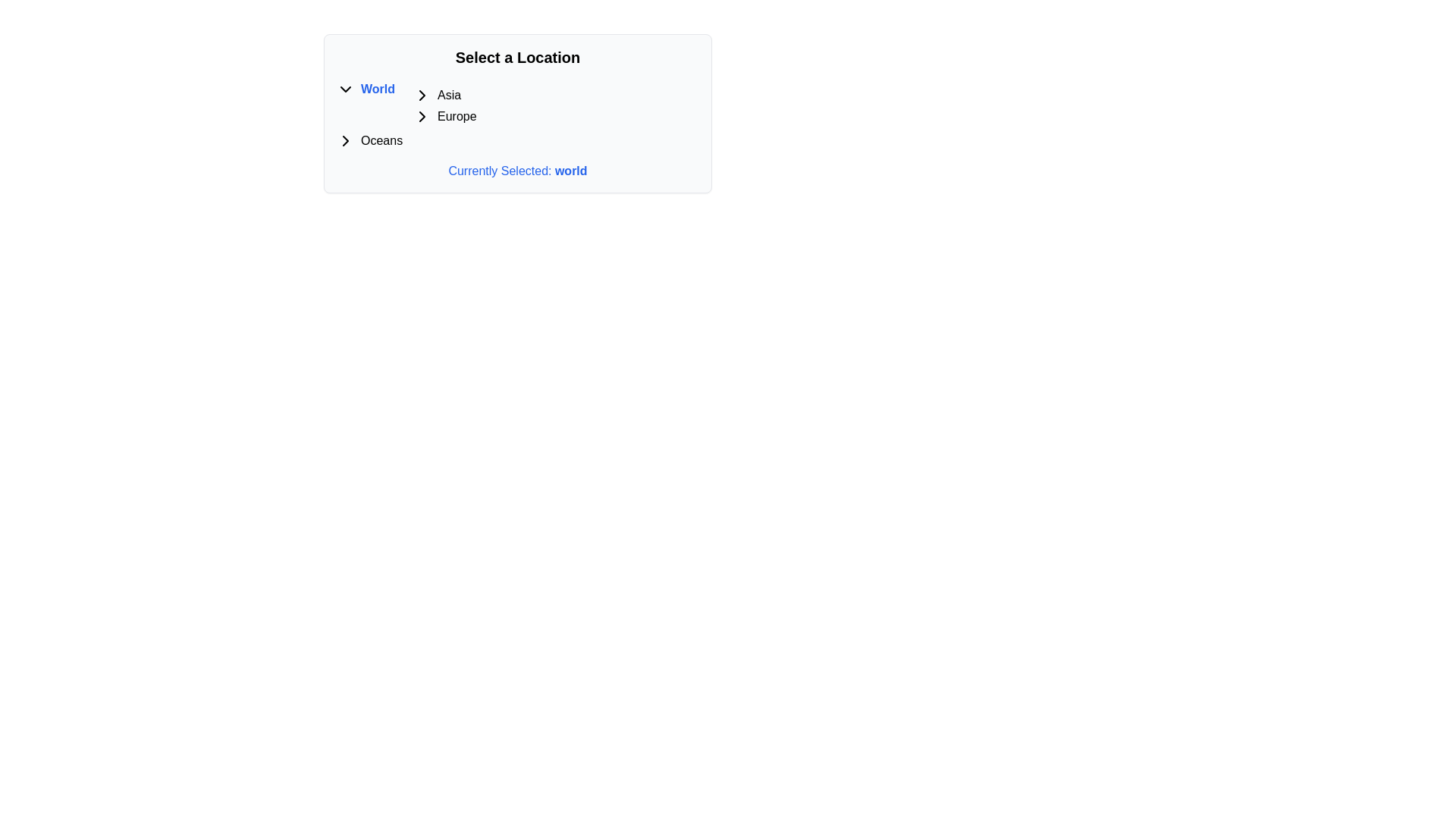  I want to click on the clickable text label representing the first item under the 'World' category, so click(444, 96).